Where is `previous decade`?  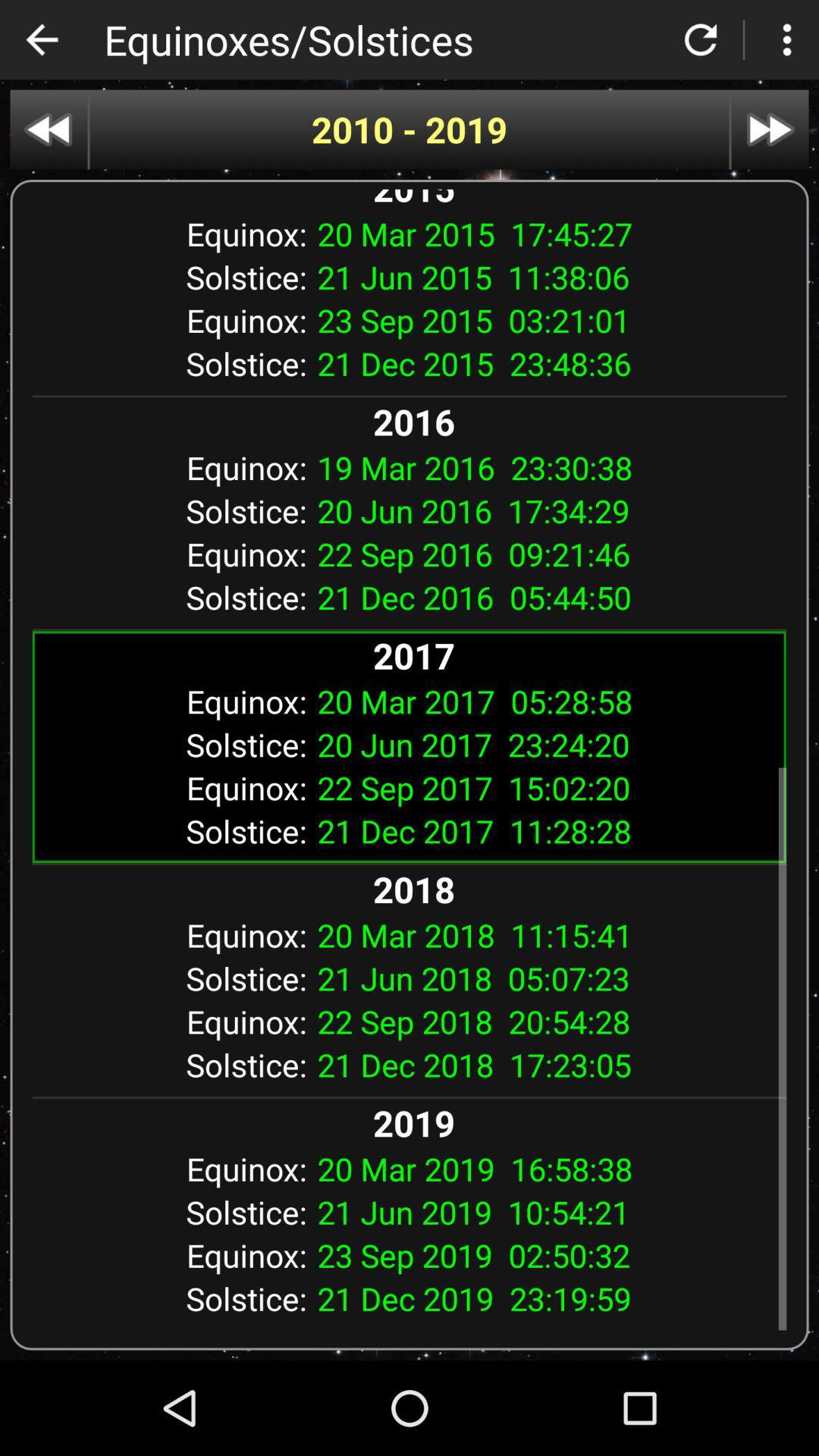 previous decade is located at coordinates (48, 130).